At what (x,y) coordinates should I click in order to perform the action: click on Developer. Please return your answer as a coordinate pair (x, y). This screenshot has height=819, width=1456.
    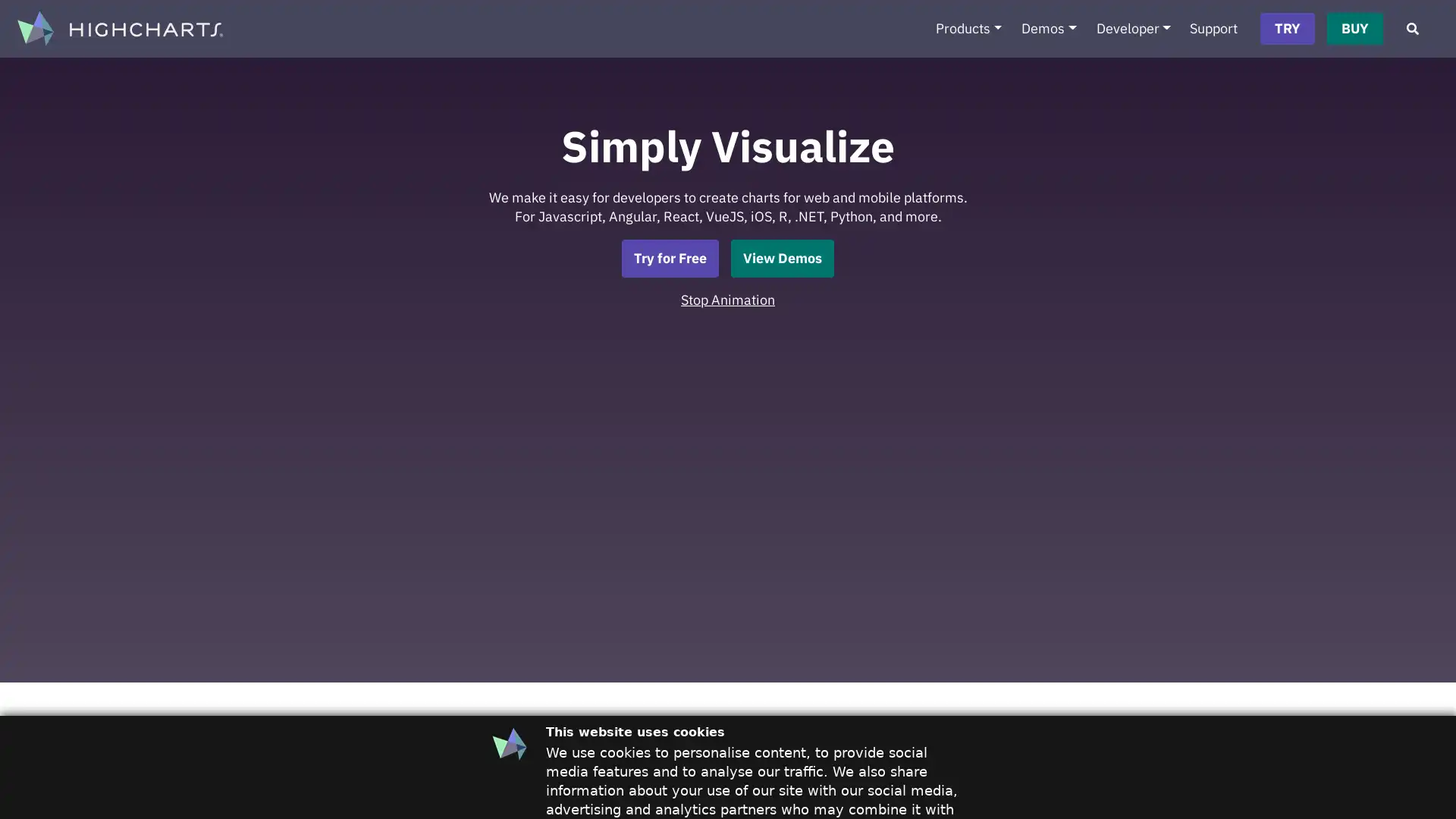
    Looking at the image, I should click on (1133, 29).